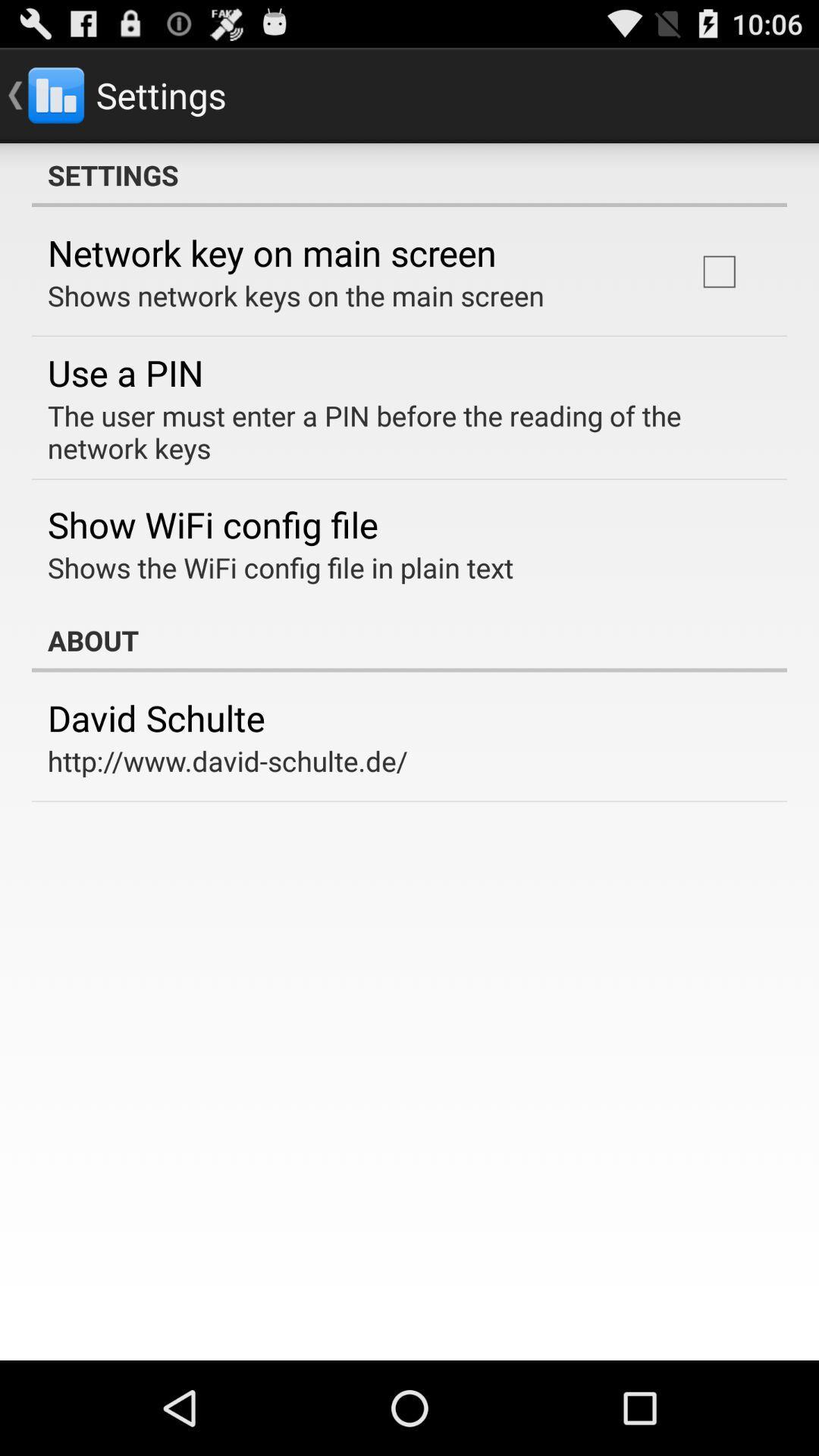 The image size is (819, 1456). I want to click on the icon below use a pin item, so click(398, 431).